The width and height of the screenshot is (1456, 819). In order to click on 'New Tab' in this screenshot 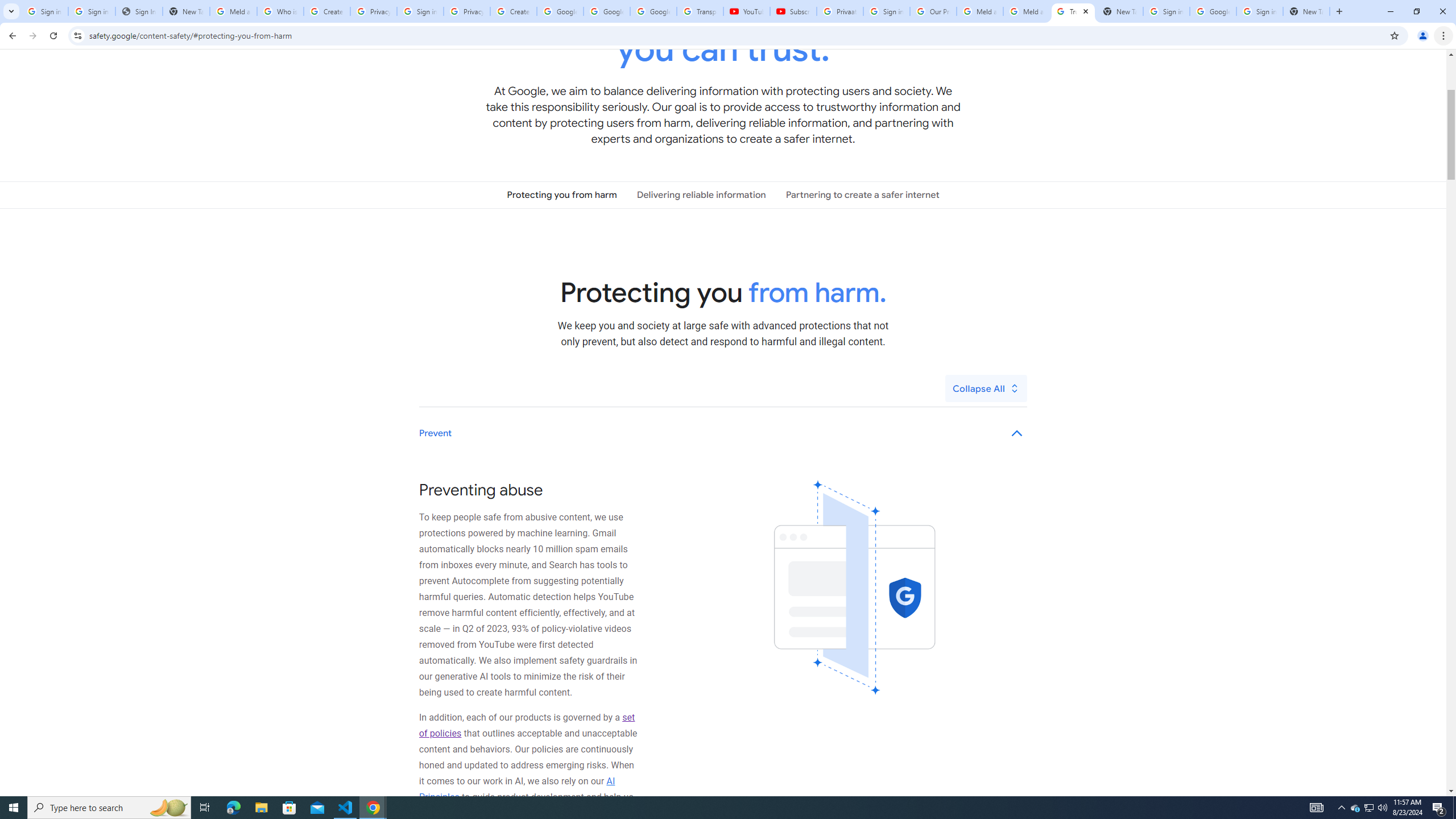, I will do `click(1306, 11)`.